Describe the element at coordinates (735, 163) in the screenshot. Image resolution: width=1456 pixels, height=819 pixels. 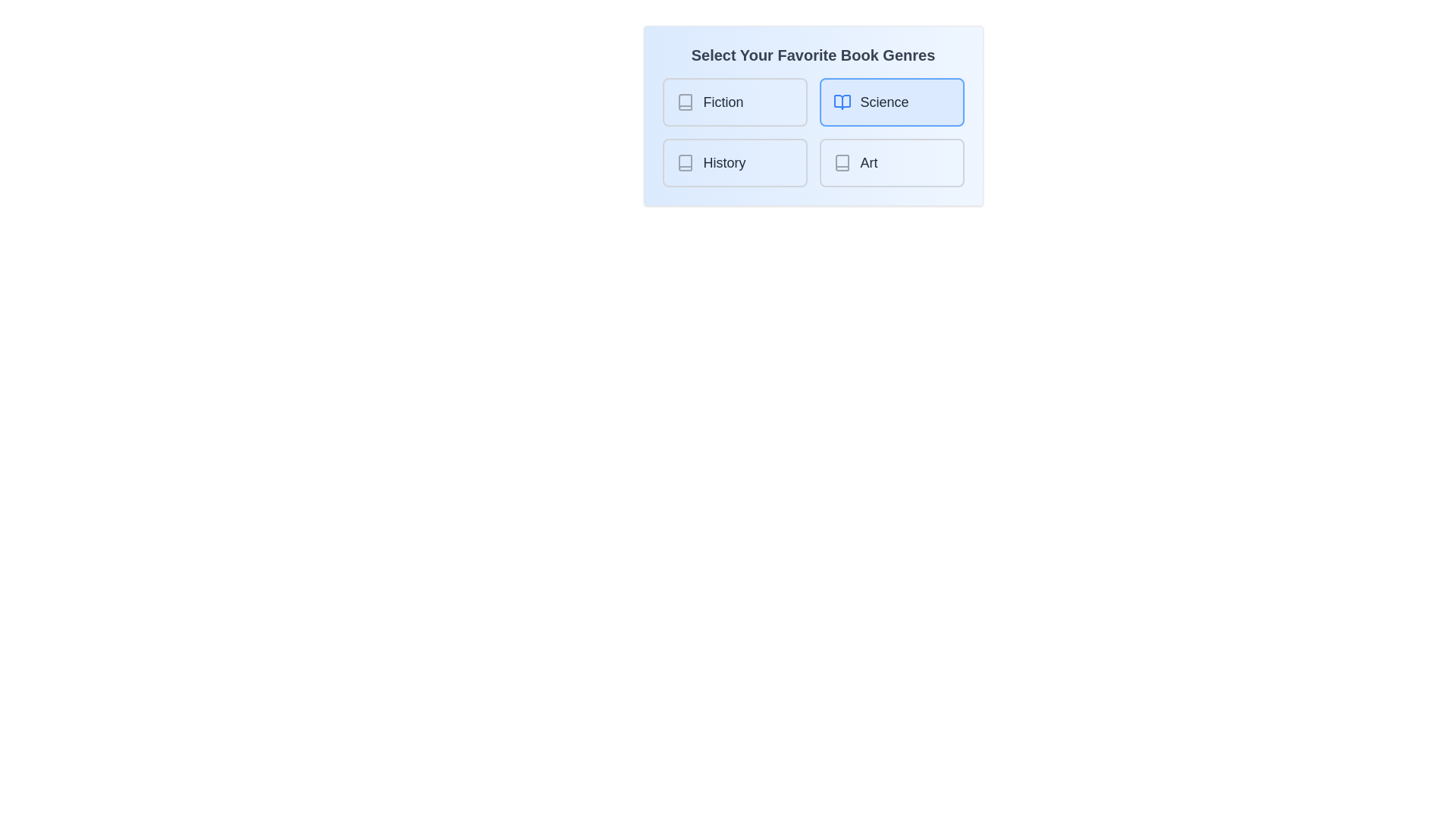
I see `the selection state of the genre History` at that location.